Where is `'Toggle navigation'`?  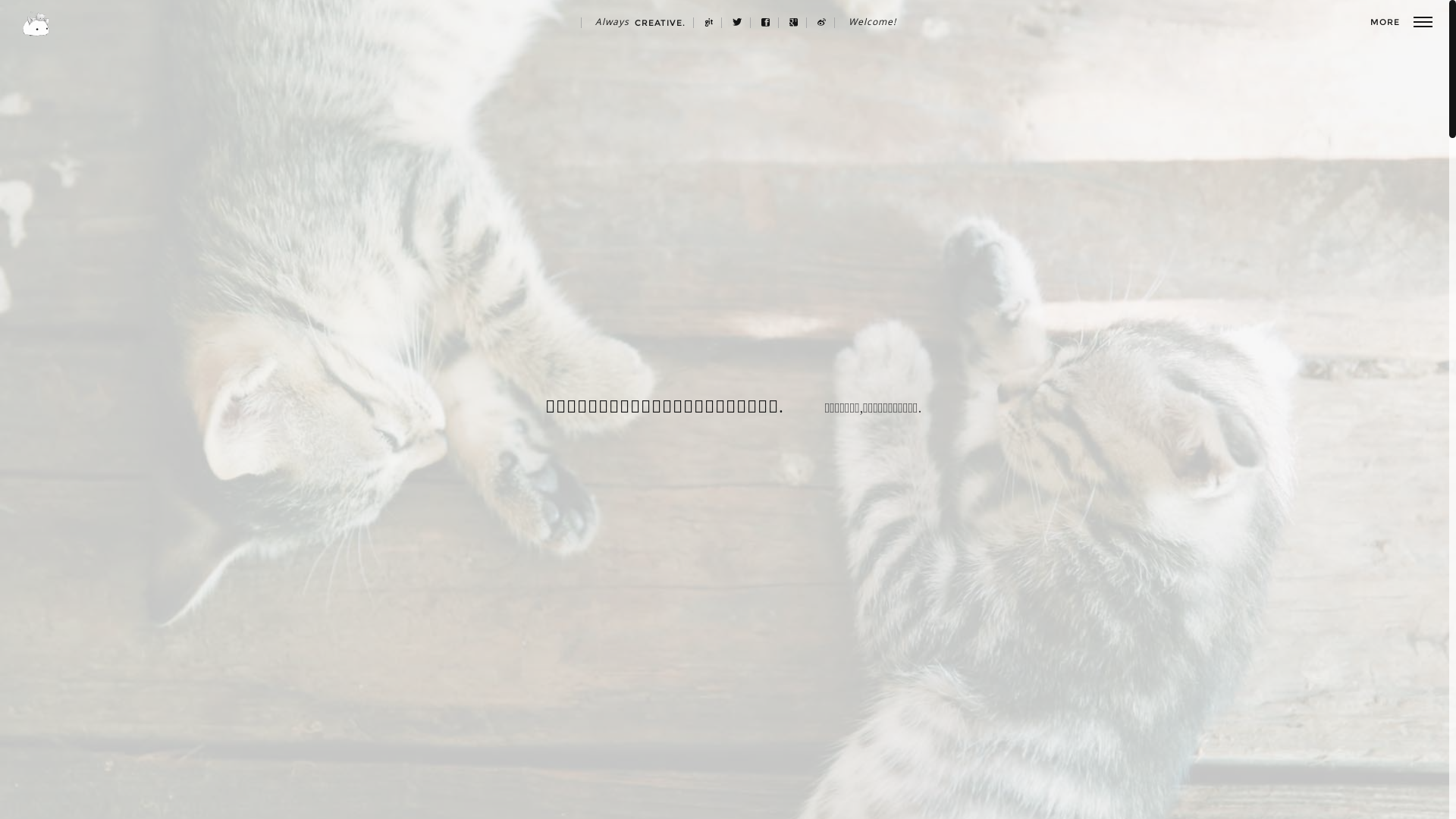 'Toggle navigation' is located at coordinates (1411, 22).